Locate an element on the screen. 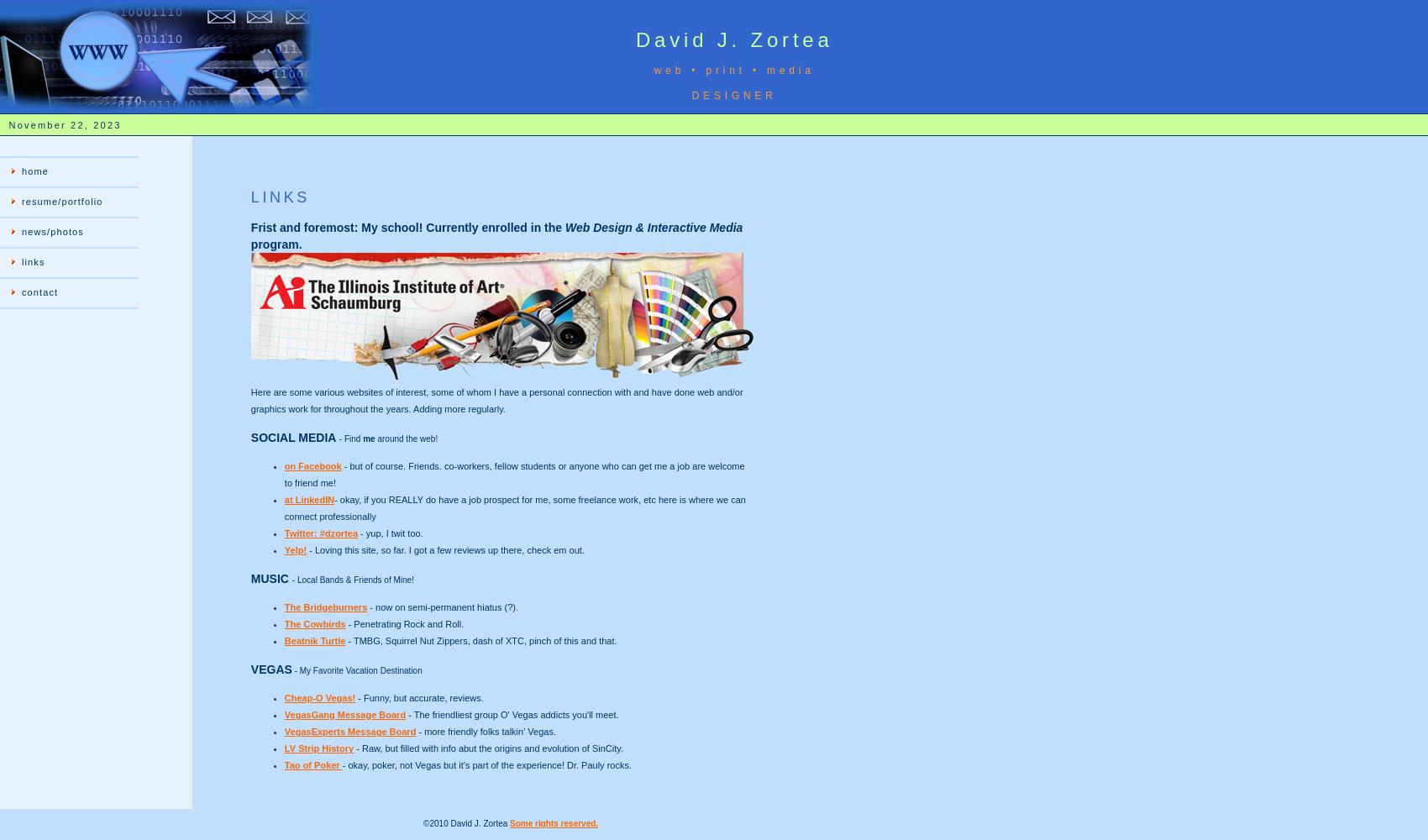  '- okay, if you REALLY do have a job prospect for me, some freelance work, etc here is where we can connect professionally' is located at coordinates (513, 507).